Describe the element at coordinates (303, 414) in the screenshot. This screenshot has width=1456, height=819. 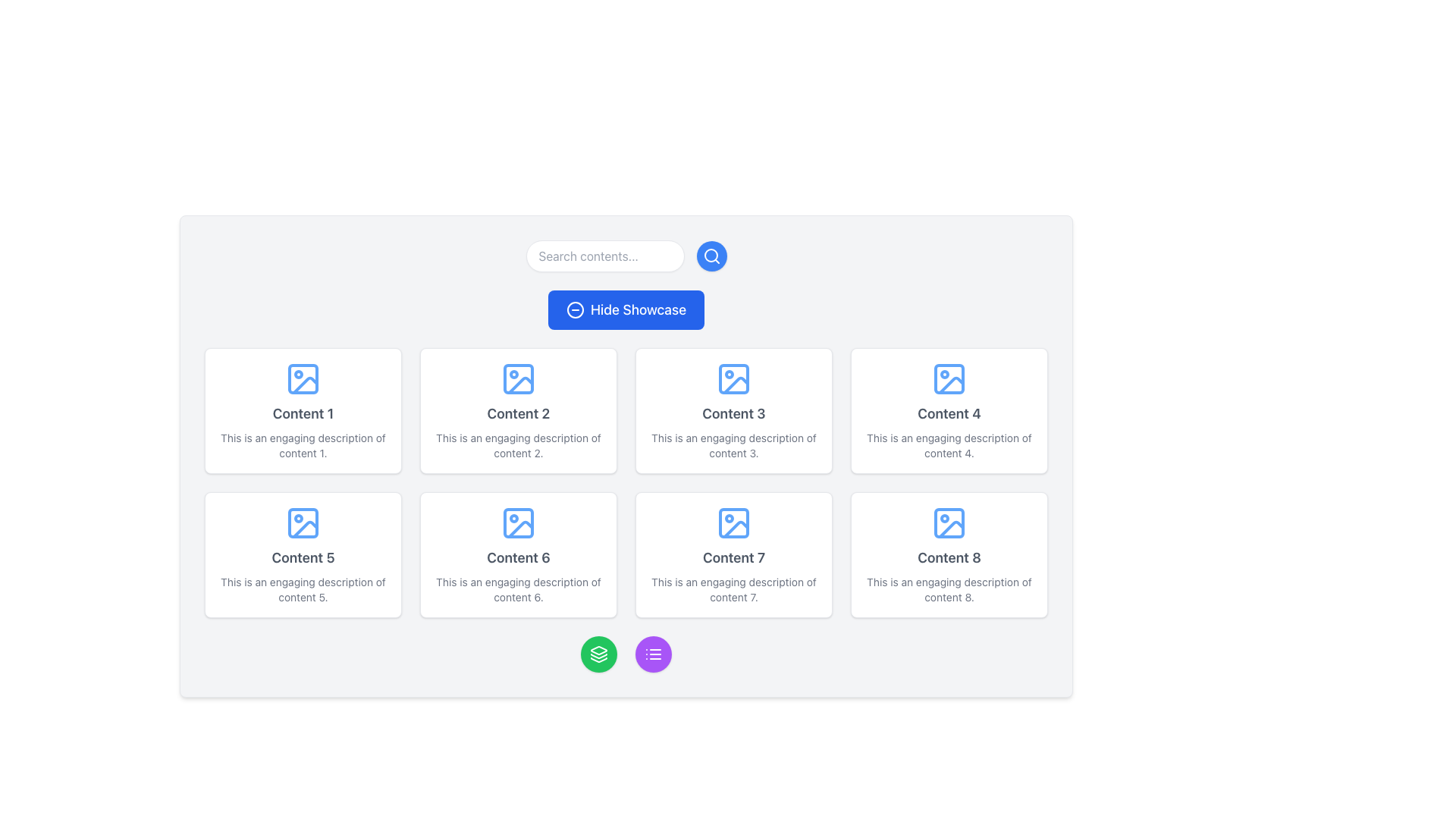
I see `text from the label displaying 'Content 1', which is styled with a large semibold gray font, located in the grid layout below an image icon` at that location.